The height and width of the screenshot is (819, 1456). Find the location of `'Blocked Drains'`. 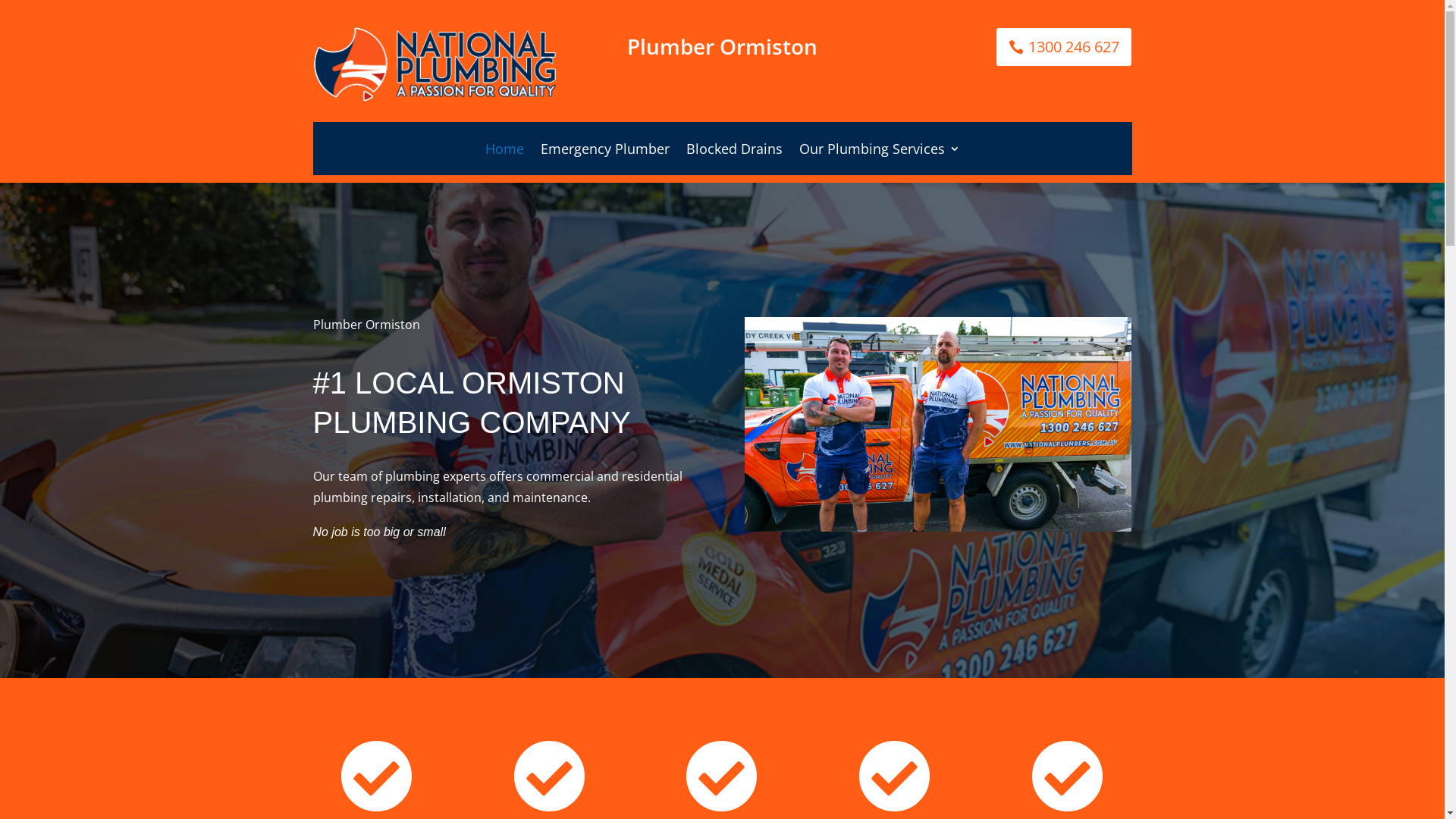

'Blocked Drains' is located at coordinates (684, 152).